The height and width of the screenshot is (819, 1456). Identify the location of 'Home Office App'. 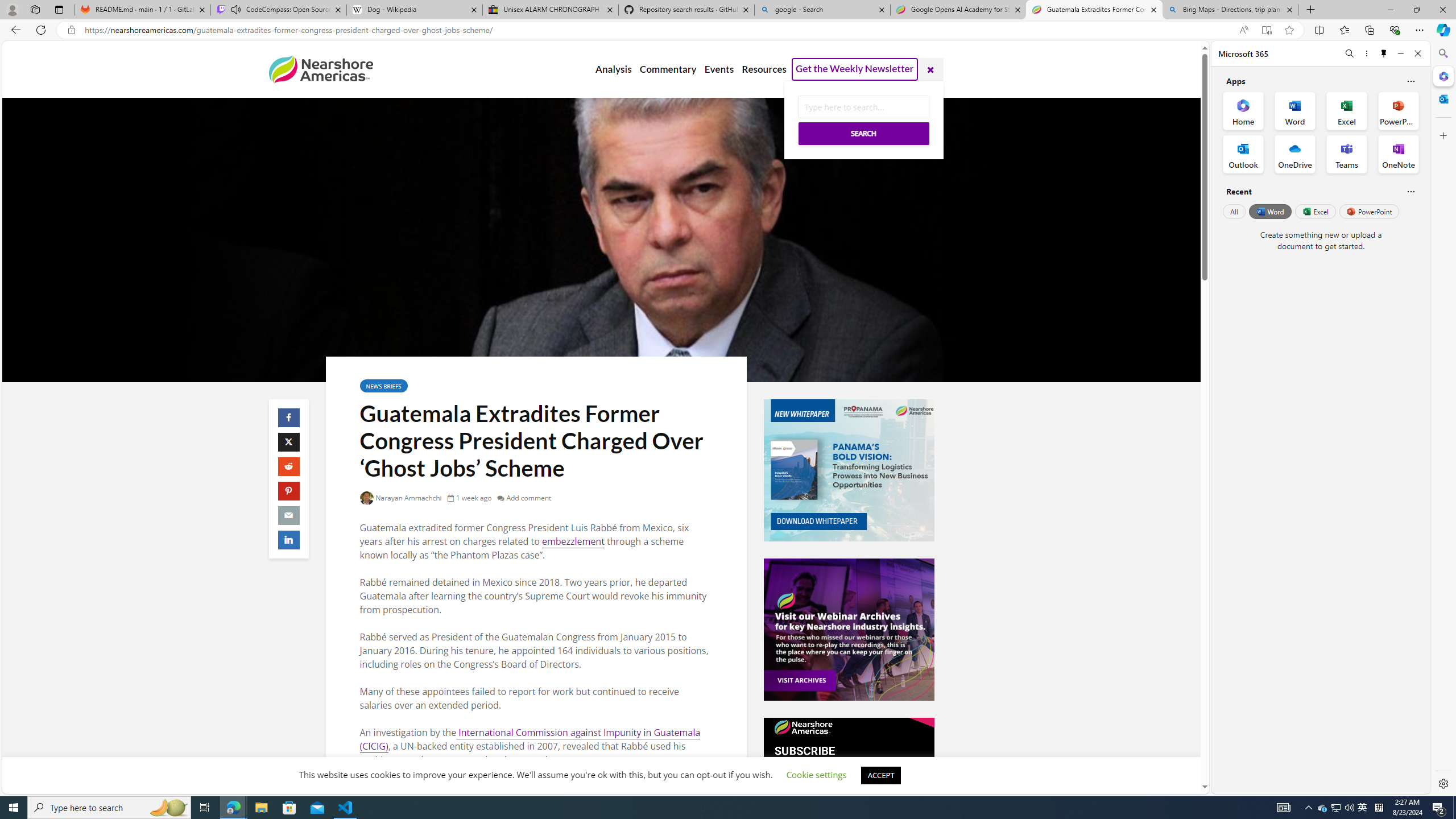
(1243, 111).